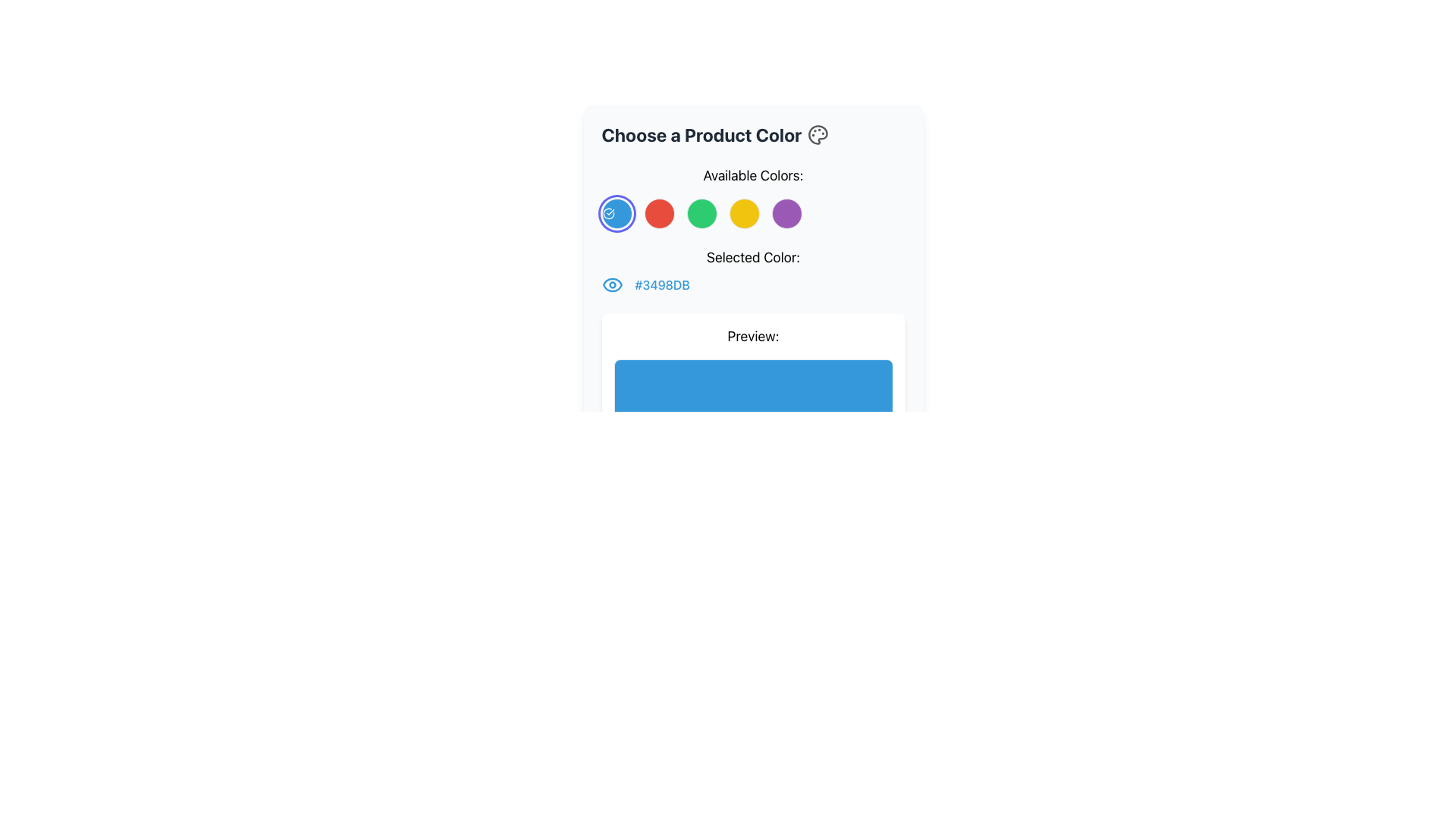 This screenshot has height=819, width=1456. What do you see at coordinates (753, 256) in the screenshot?
I see `the Static Text Label that displays 'Selected Color:', which is styled in a larger font size and is positioned centrally above the color code and associated icon` at bounding box center [753, 256].